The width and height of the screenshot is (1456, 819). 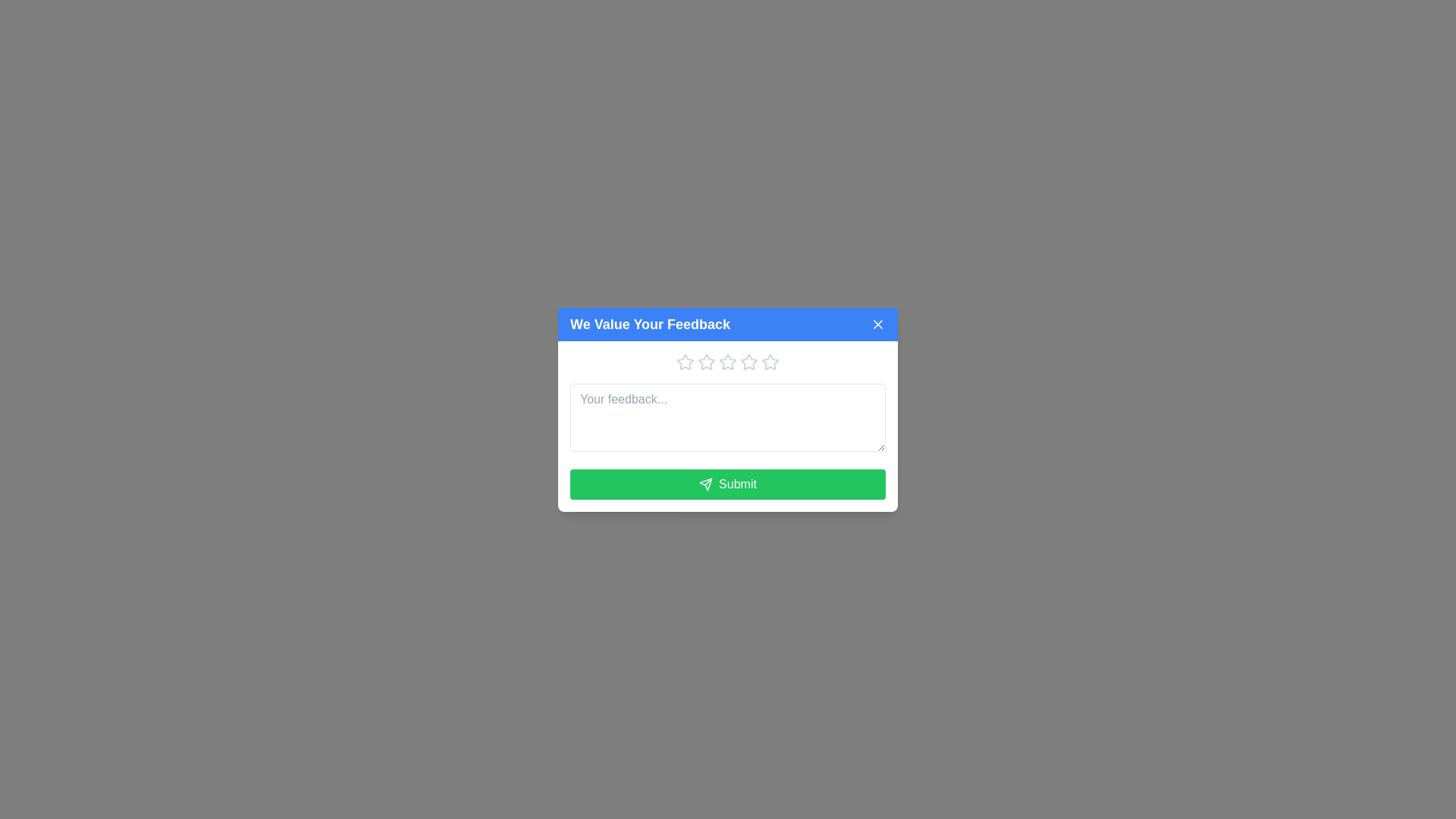 I want to click on the visual styling of the triangular-shaped icon resembling a paper plane with a white outline on a green background located within the 'Submit' button, so click(x=705, y=484).